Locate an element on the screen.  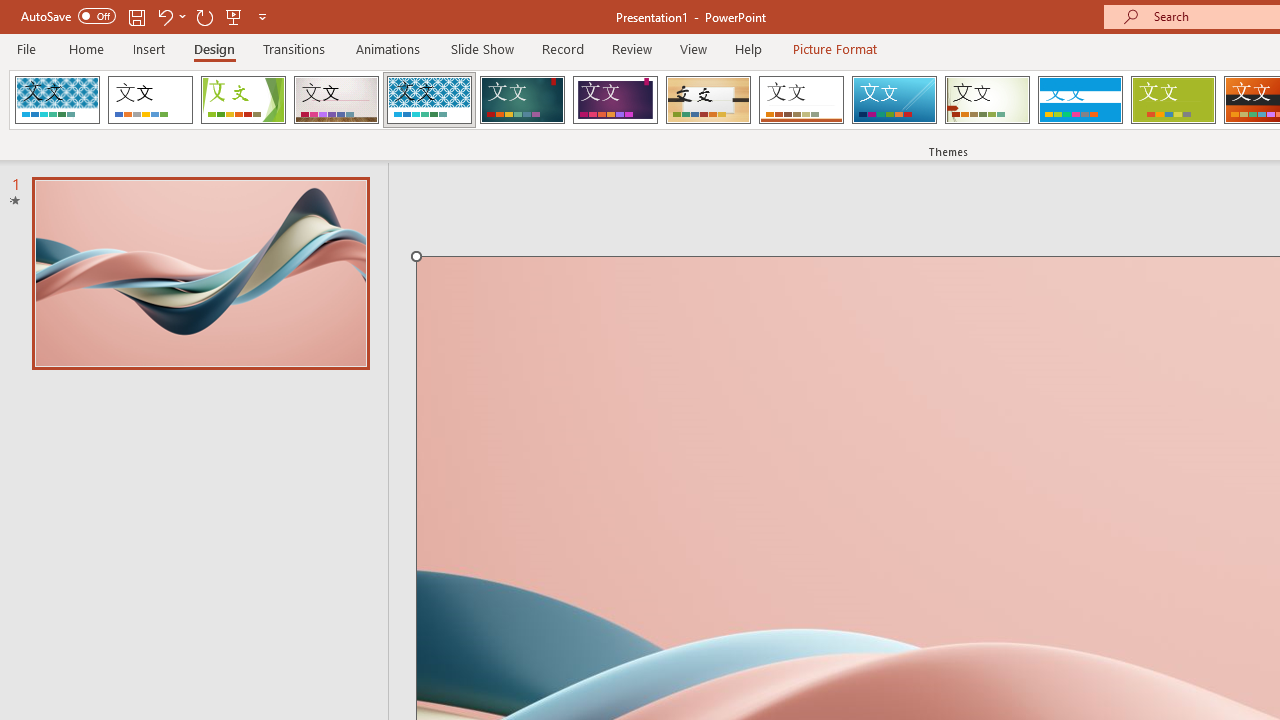
'Basis' is located at coordinates (1173, 100).